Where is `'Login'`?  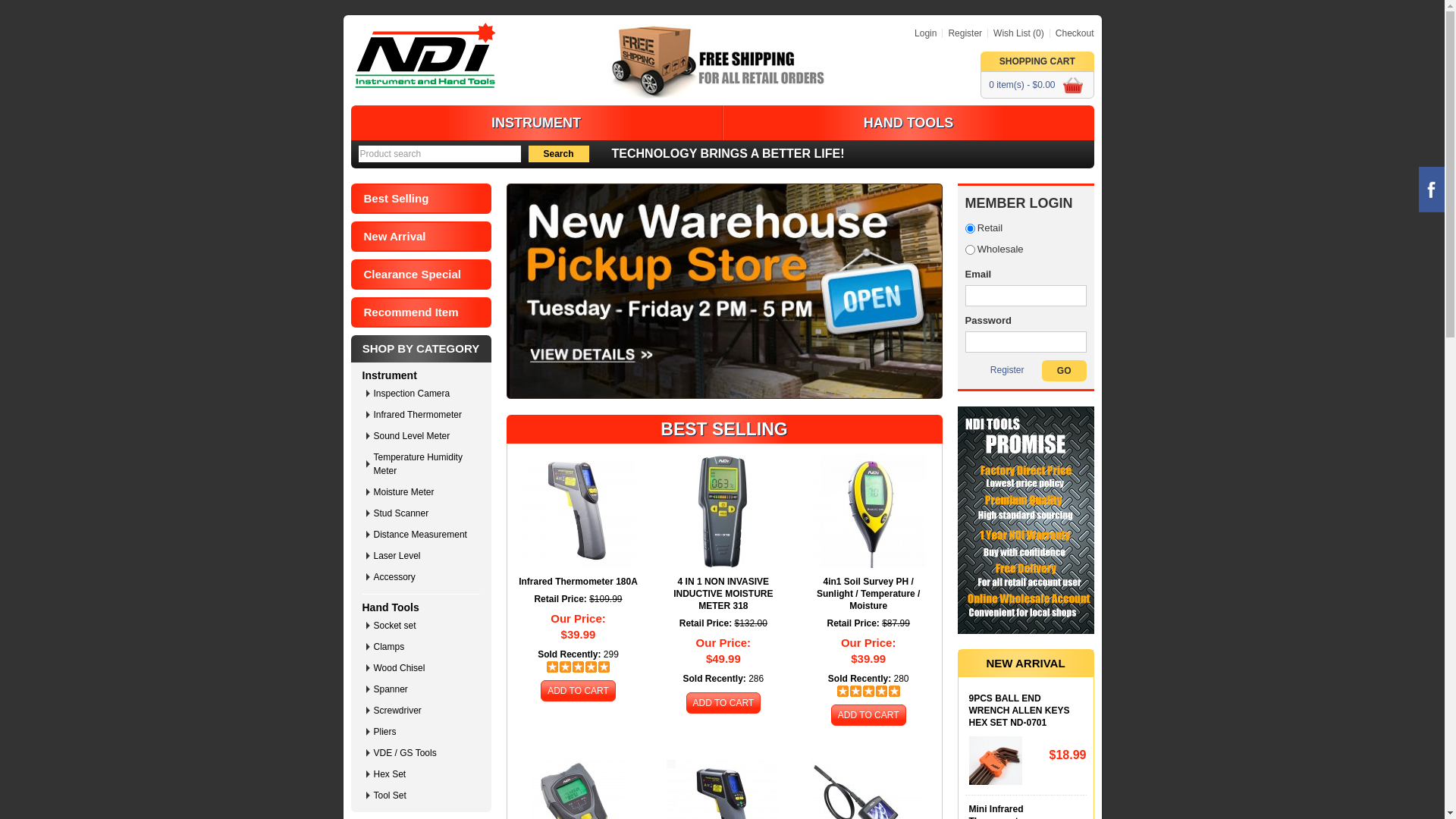
'Login' is located at coordinates (924, 33).